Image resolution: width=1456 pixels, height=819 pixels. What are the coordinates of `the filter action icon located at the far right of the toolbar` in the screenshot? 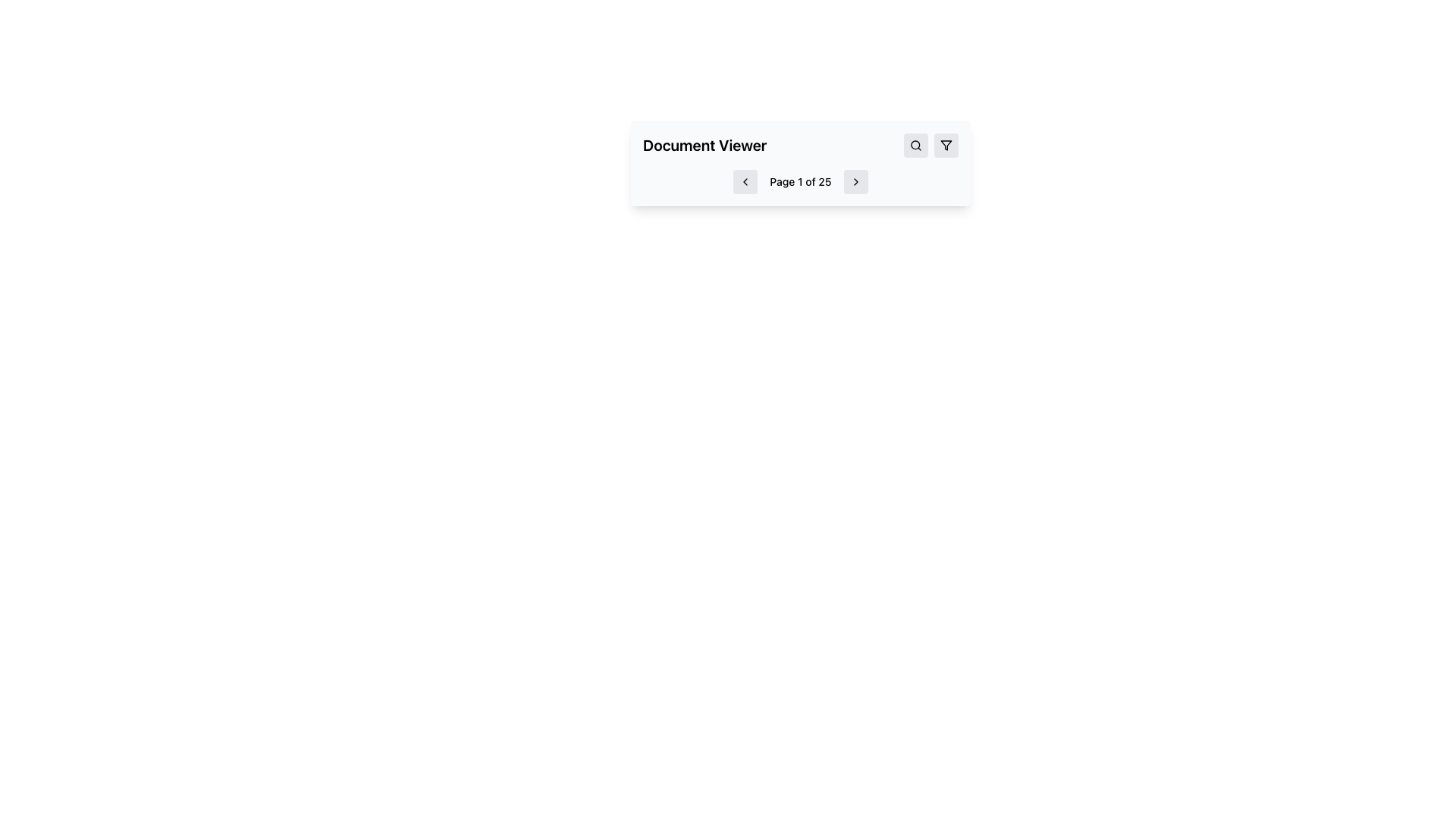 It's located at (946, 146).